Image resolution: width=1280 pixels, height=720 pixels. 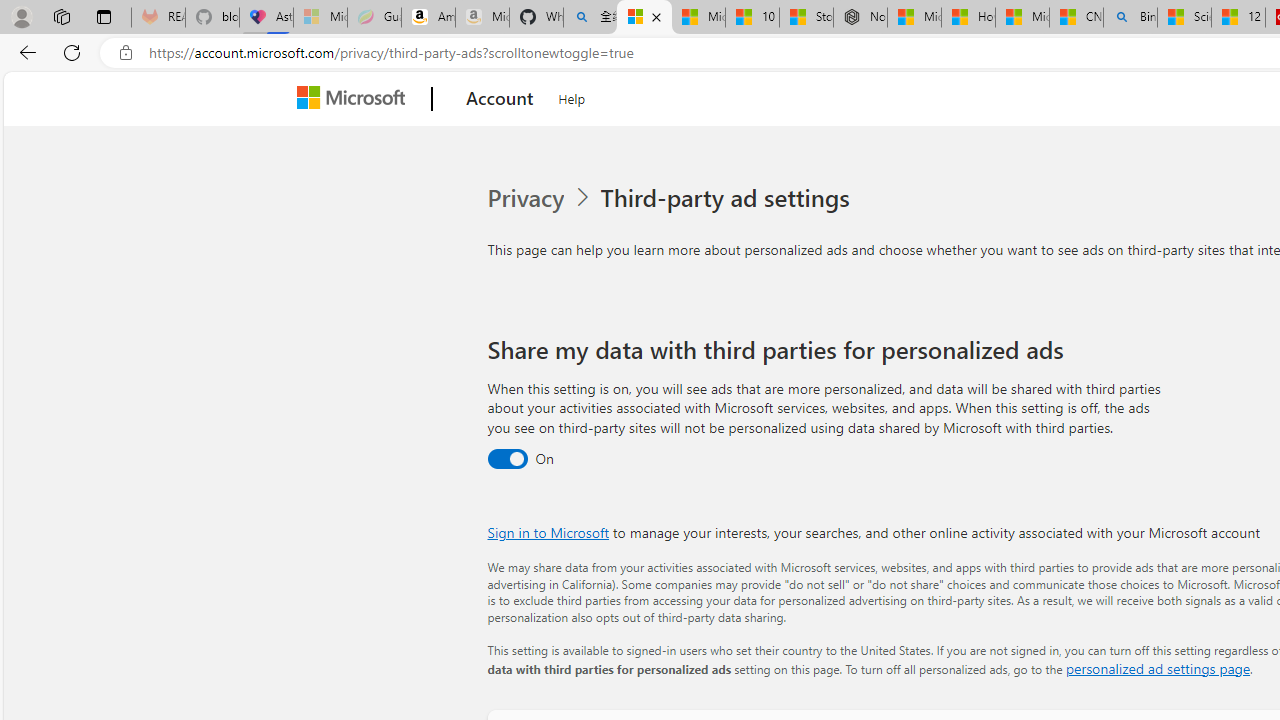 I want to click on 'Microsoft', so click(x=355, y=99).